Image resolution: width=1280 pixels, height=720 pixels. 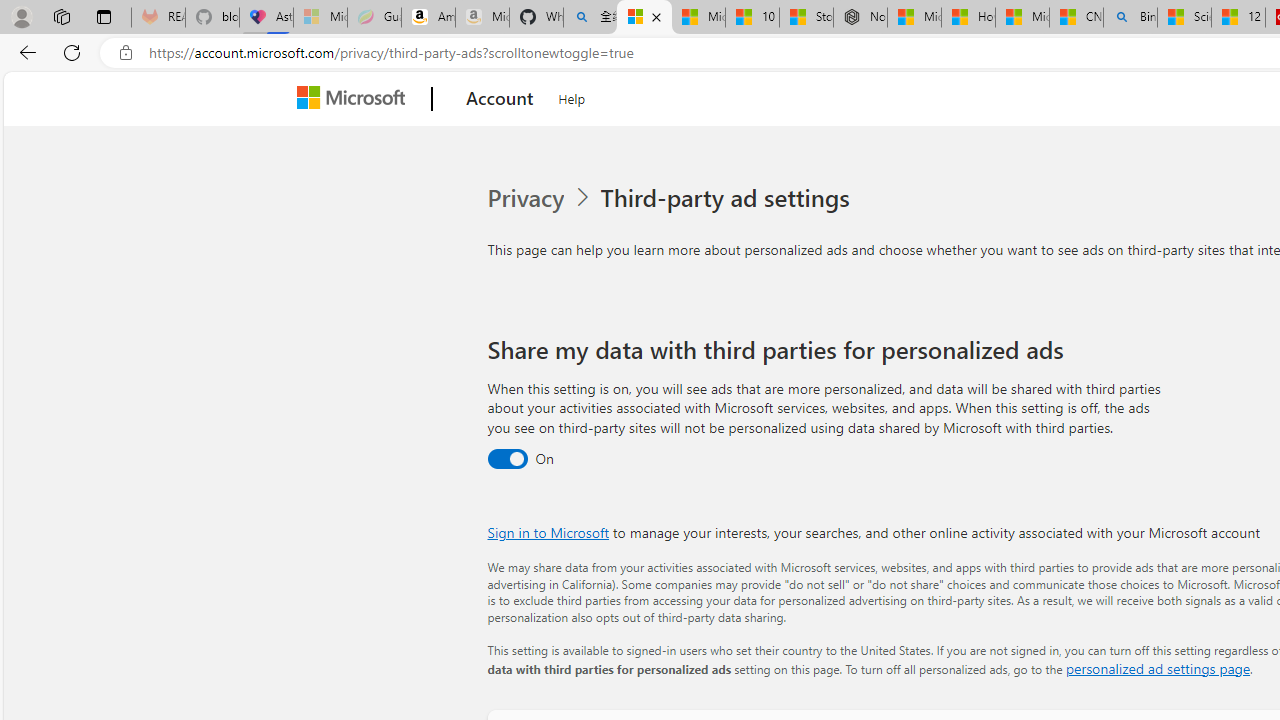 I want to click on 'Microsoft', so click(x=355, y=99).